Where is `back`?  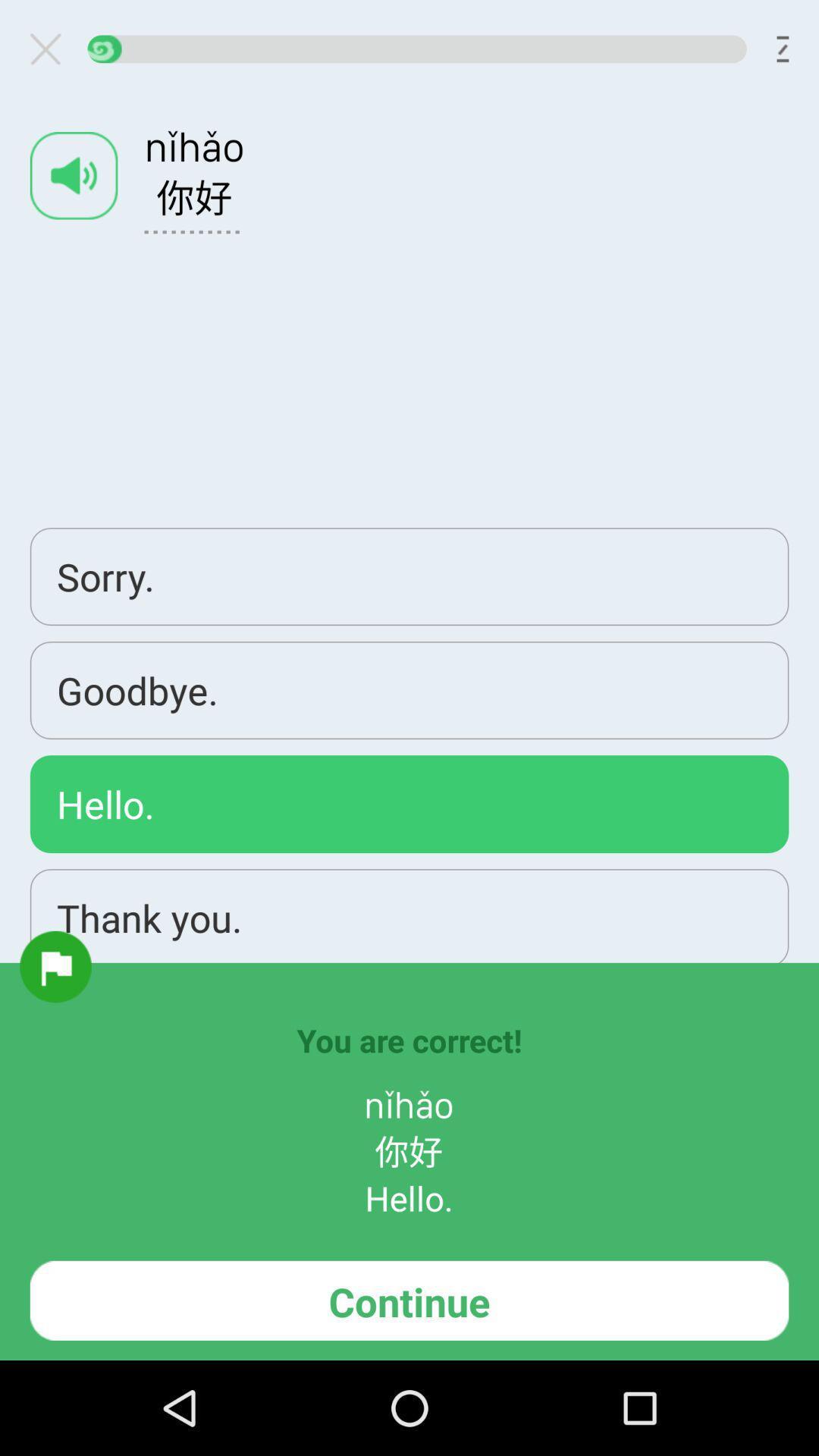 back is located at coordinates (51, 49).